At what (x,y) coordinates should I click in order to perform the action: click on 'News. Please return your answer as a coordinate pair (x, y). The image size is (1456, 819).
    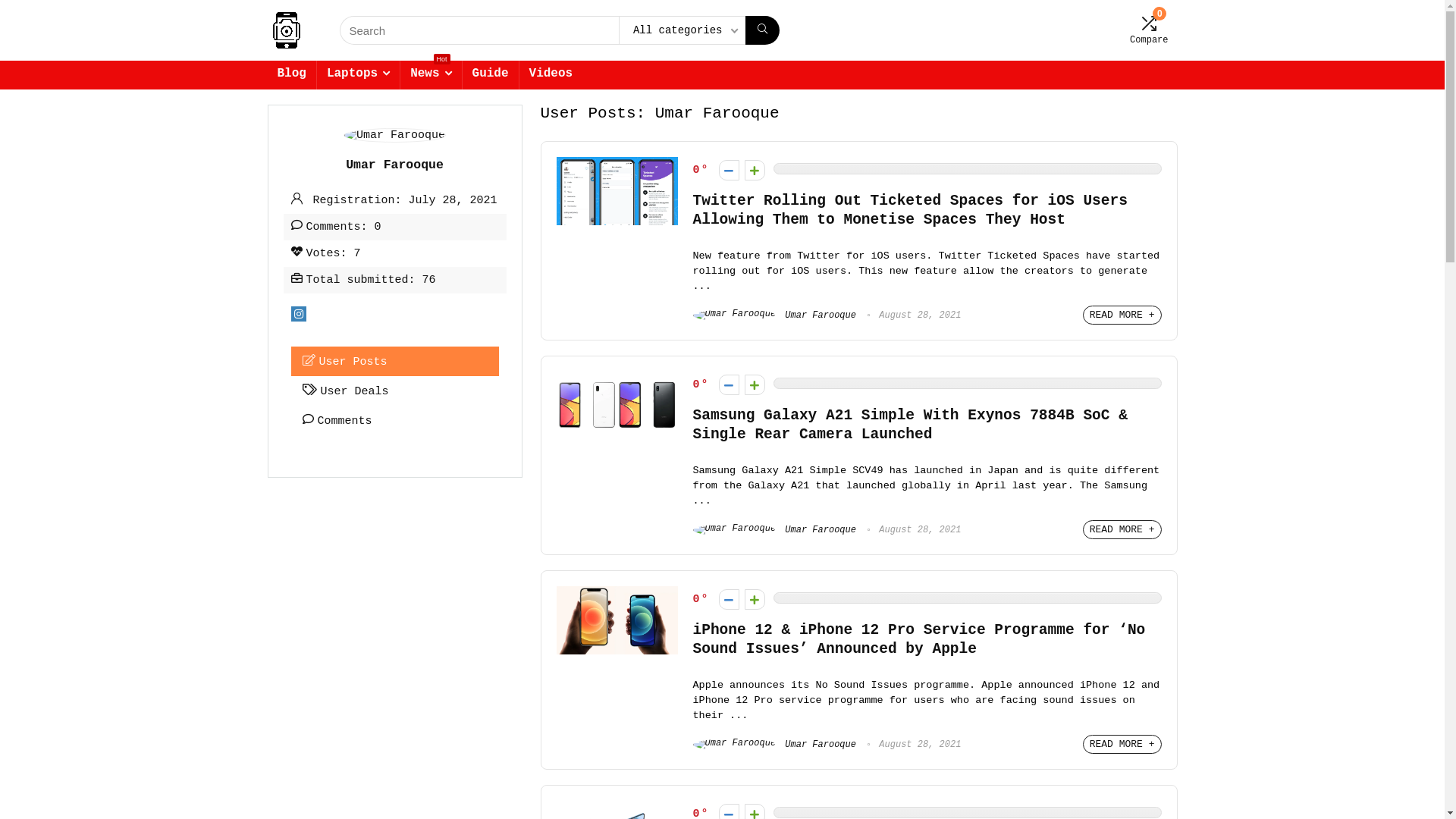
    Looking at the image, I should click on (429, 75).